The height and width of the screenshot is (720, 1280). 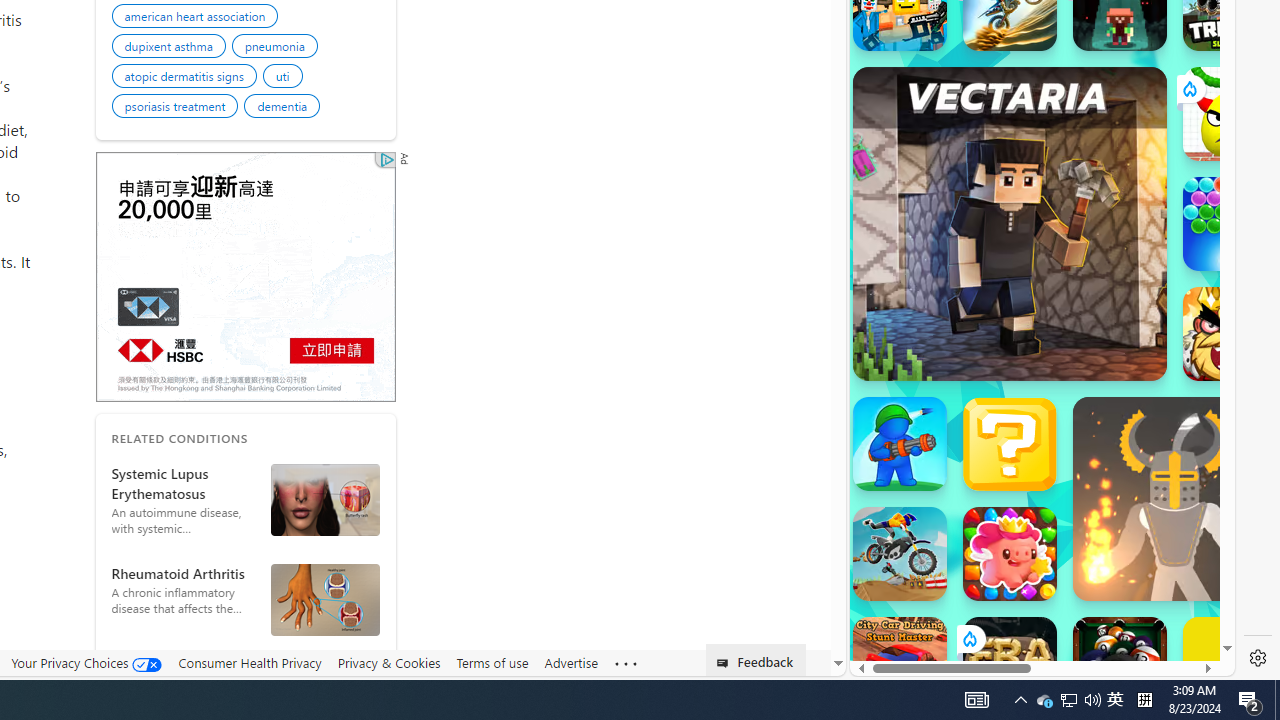 What do you see at coordinates (624, 663) in the screenshot?
I see `'Class: oneFooter_seeMore-DS-EntryPoint1-1'` at bounding box center [624, 663].